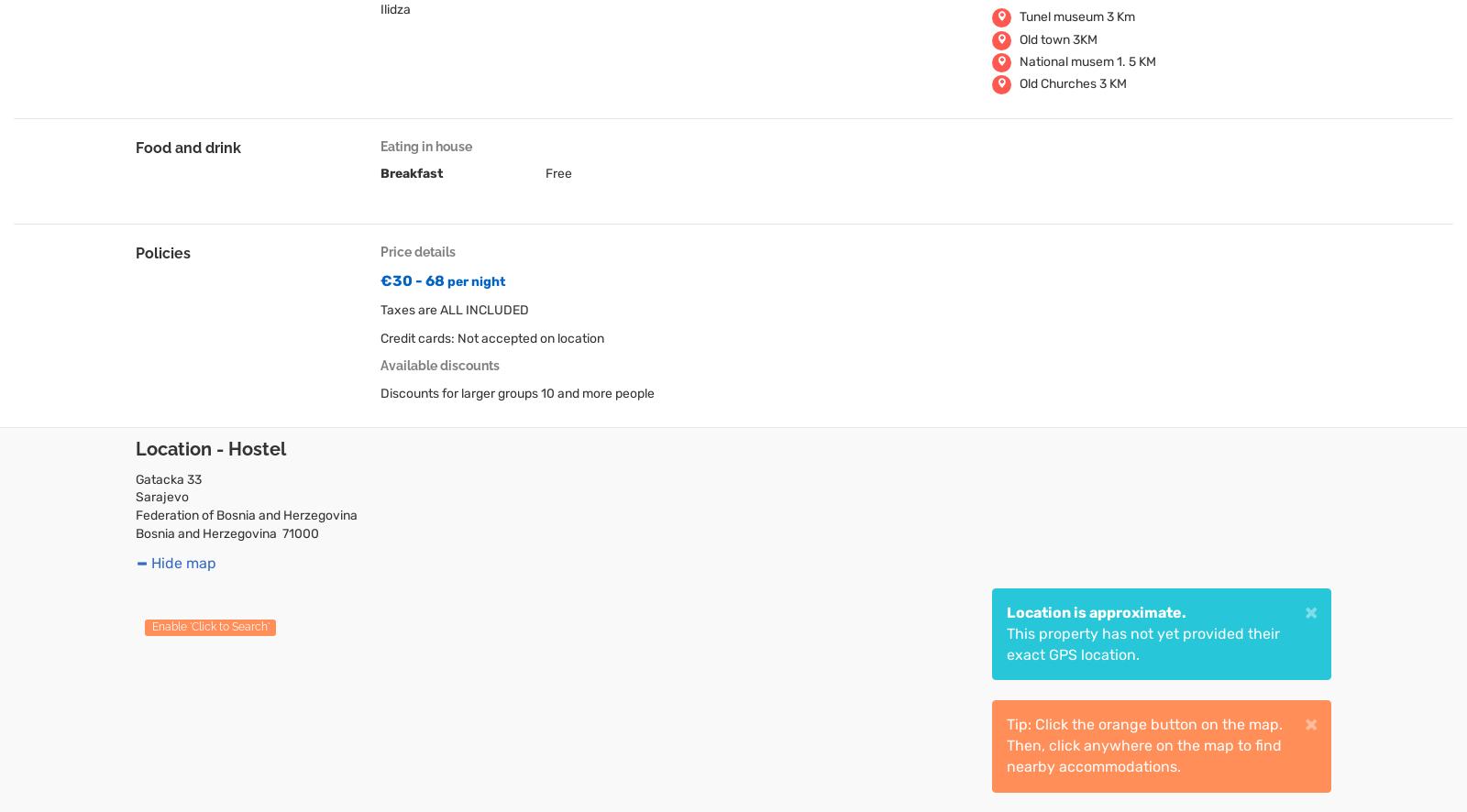  I want to click on 'Location is approximate.', so click(1005, 610).